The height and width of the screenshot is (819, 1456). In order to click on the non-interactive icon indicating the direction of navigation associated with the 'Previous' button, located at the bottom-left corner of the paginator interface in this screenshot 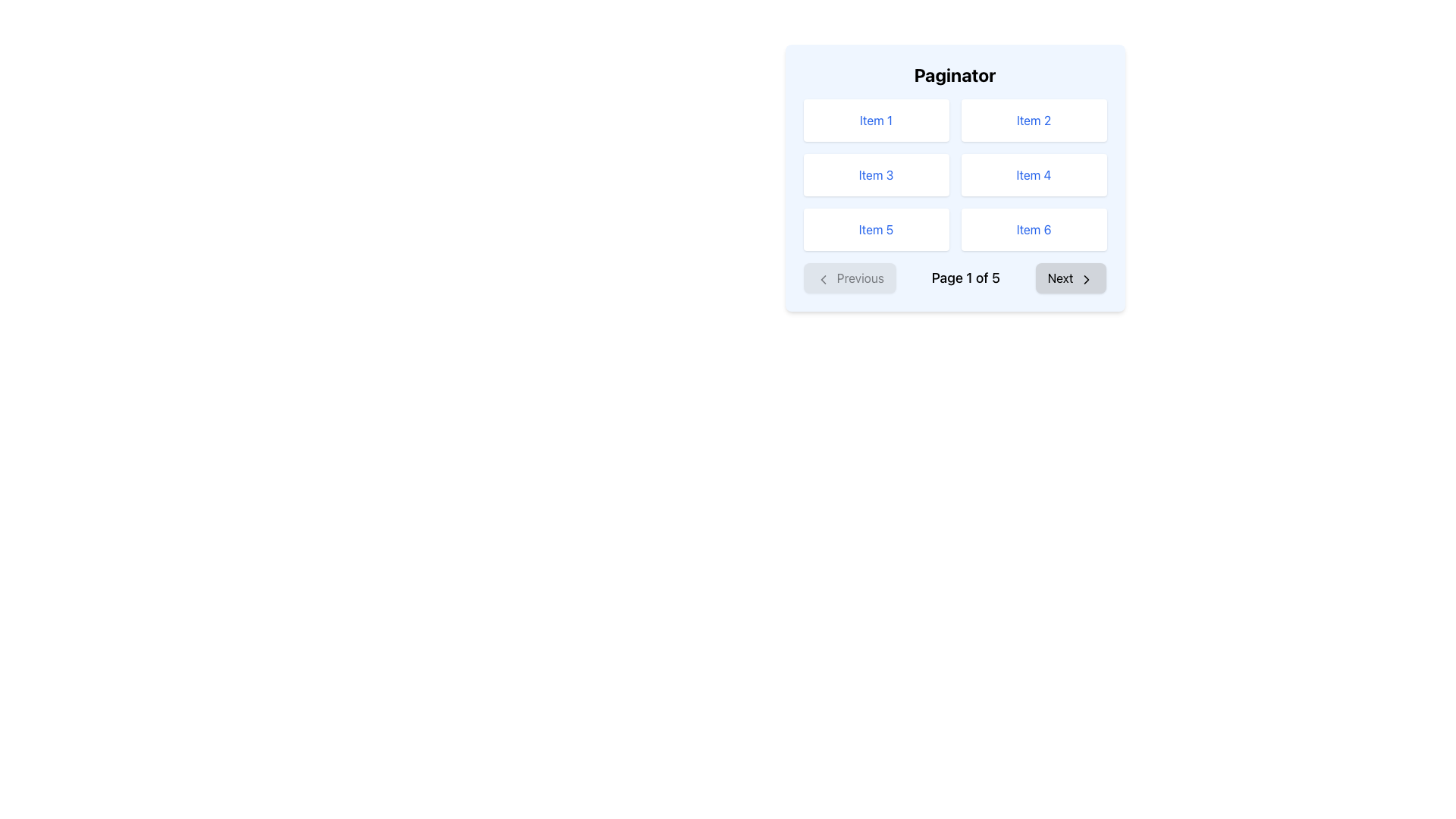, I will do `click(822, 279)`.